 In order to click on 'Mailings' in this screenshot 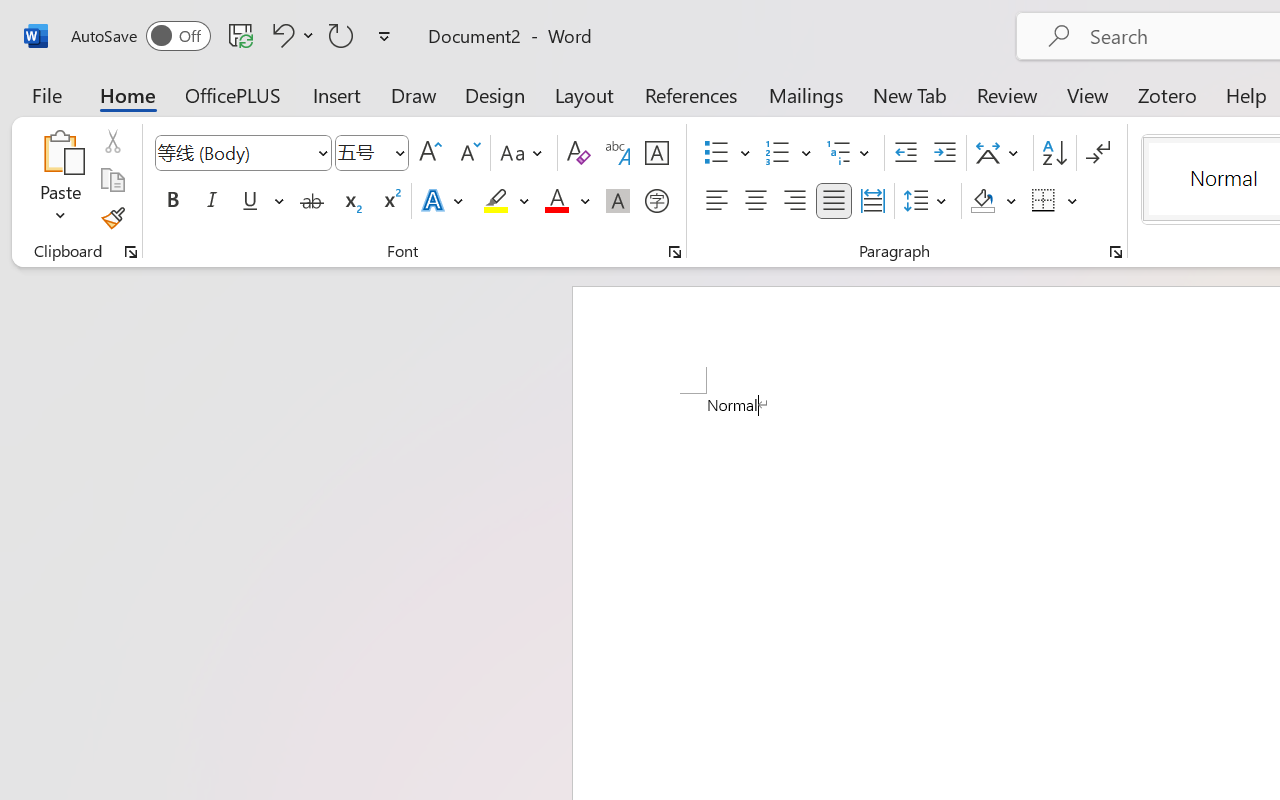, I will do `click(806, 94)`.